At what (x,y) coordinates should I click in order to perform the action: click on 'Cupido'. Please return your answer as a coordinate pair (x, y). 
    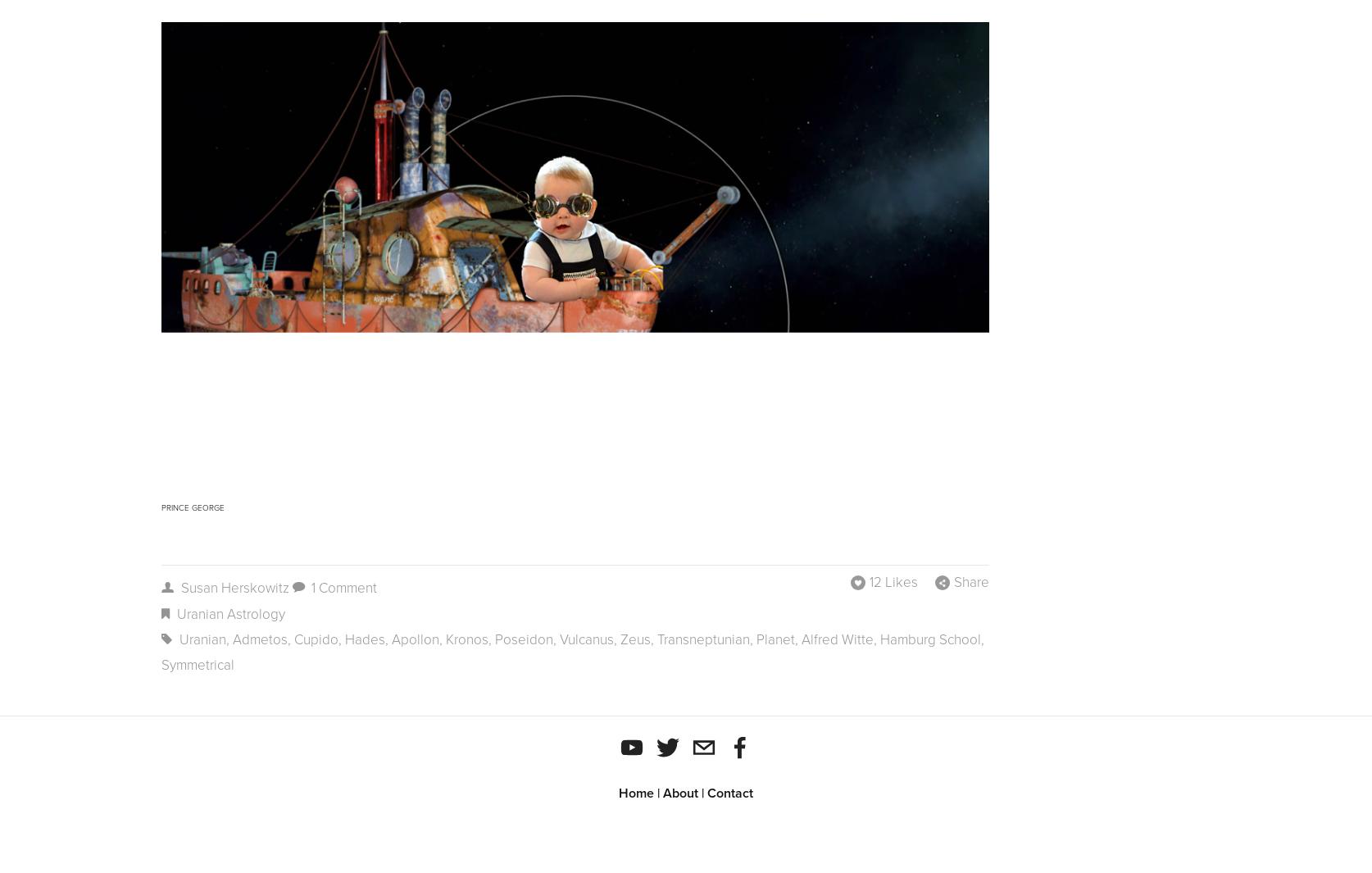
    Looking at the image, I should click on (316, 639).